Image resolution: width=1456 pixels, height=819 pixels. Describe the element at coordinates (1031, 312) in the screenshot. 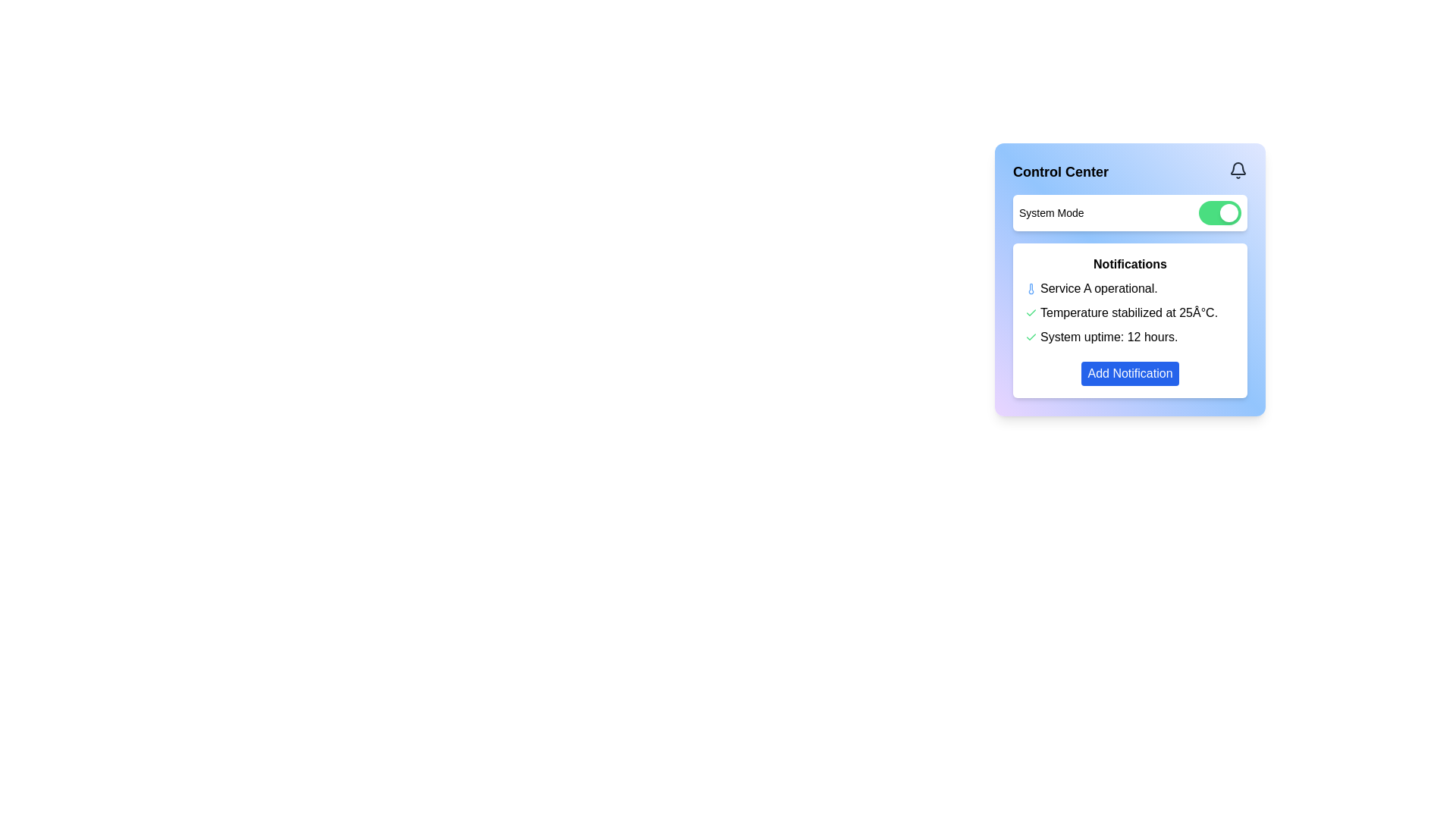

I see `the first icon on the left side of the 'Temperature stabilized at 25°C' notification in the Notifications section` at that location.